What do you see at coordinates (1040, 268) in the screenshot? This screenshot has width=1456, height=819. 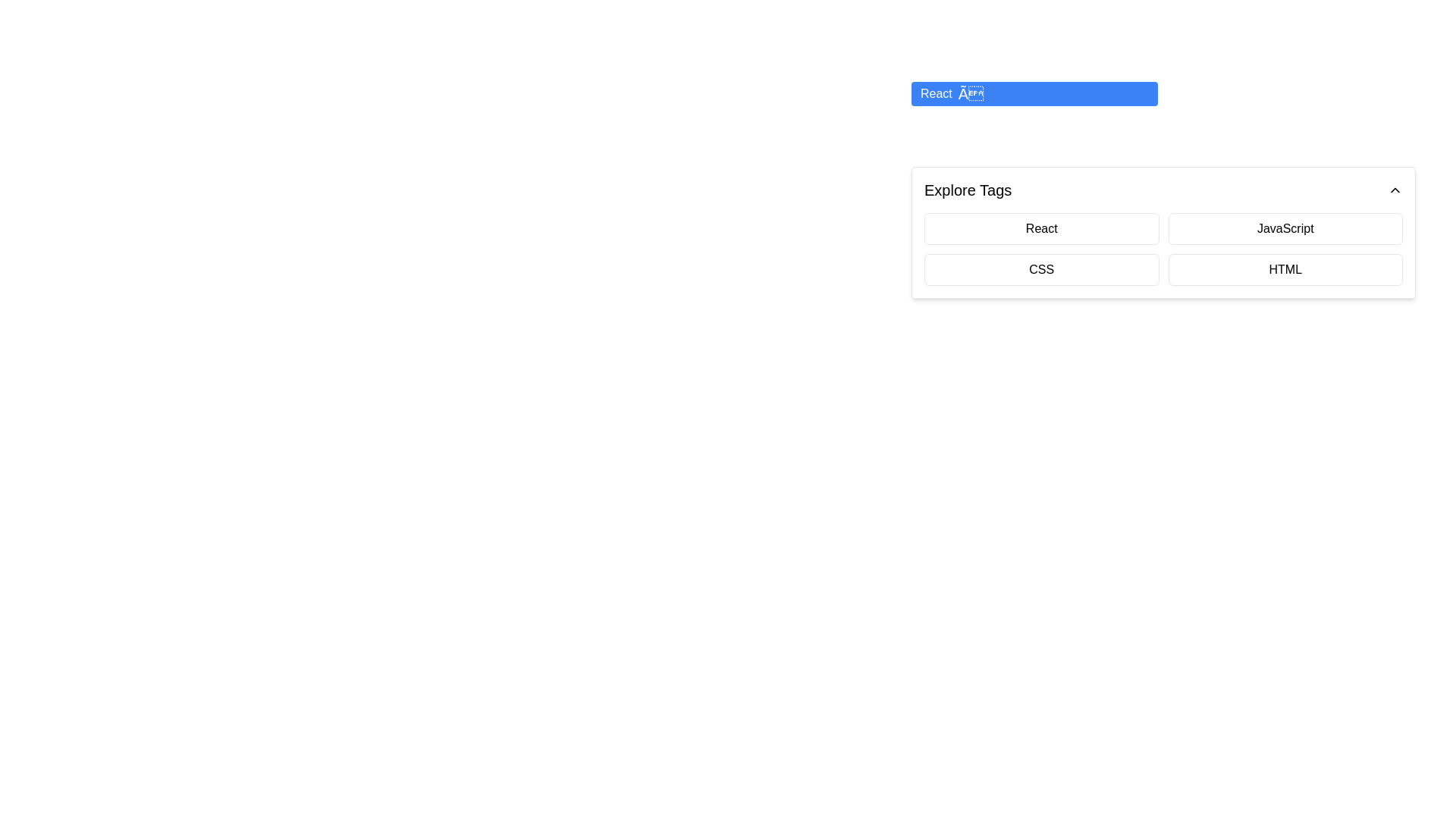 I see `the rectangular button labeled 'CSS' located in the lower-left quadrant of the interface` at bounding box center [1040, 268].